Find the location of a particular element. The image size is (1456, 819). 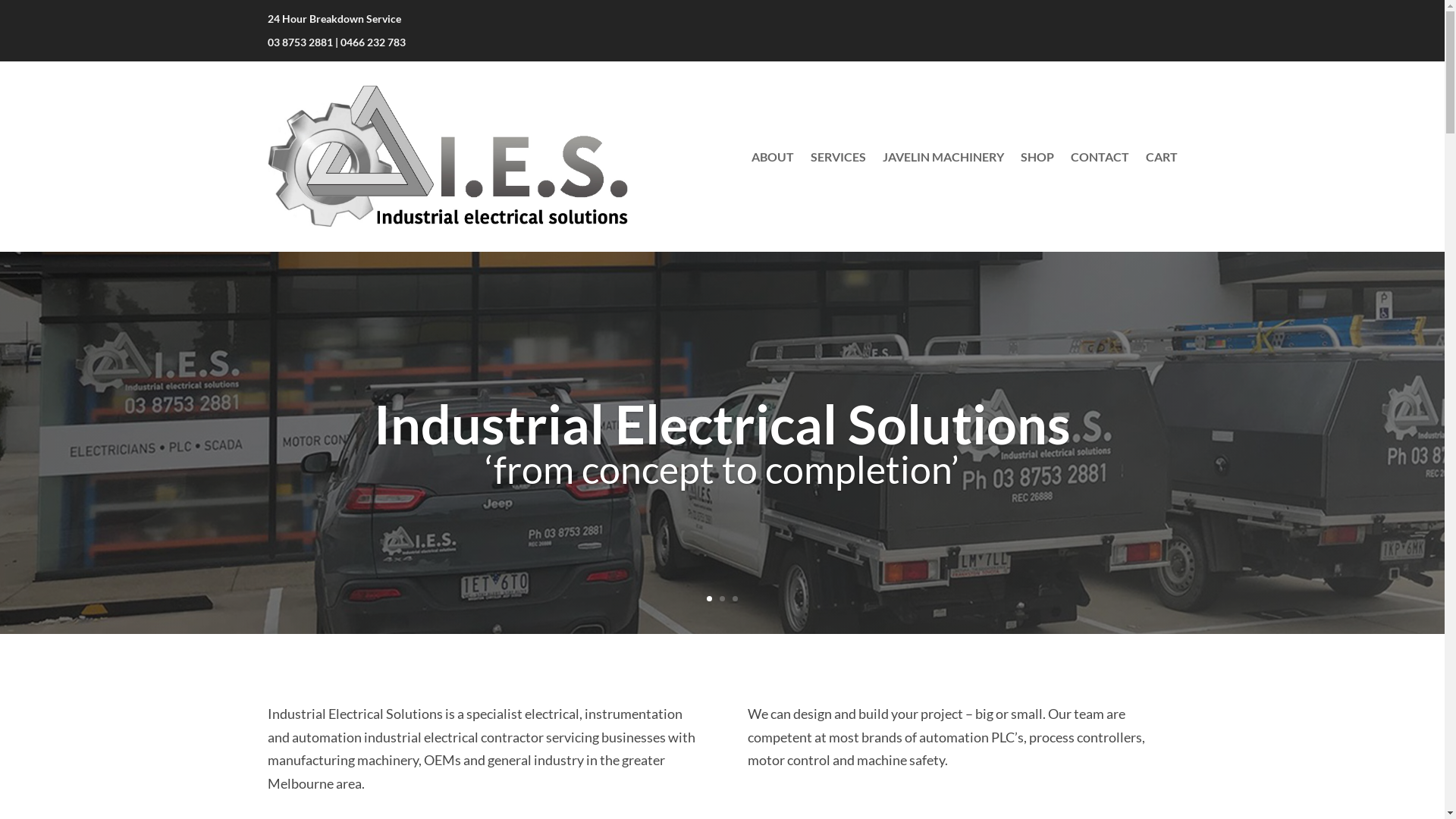

'2' is located at coordinates (721, 598).